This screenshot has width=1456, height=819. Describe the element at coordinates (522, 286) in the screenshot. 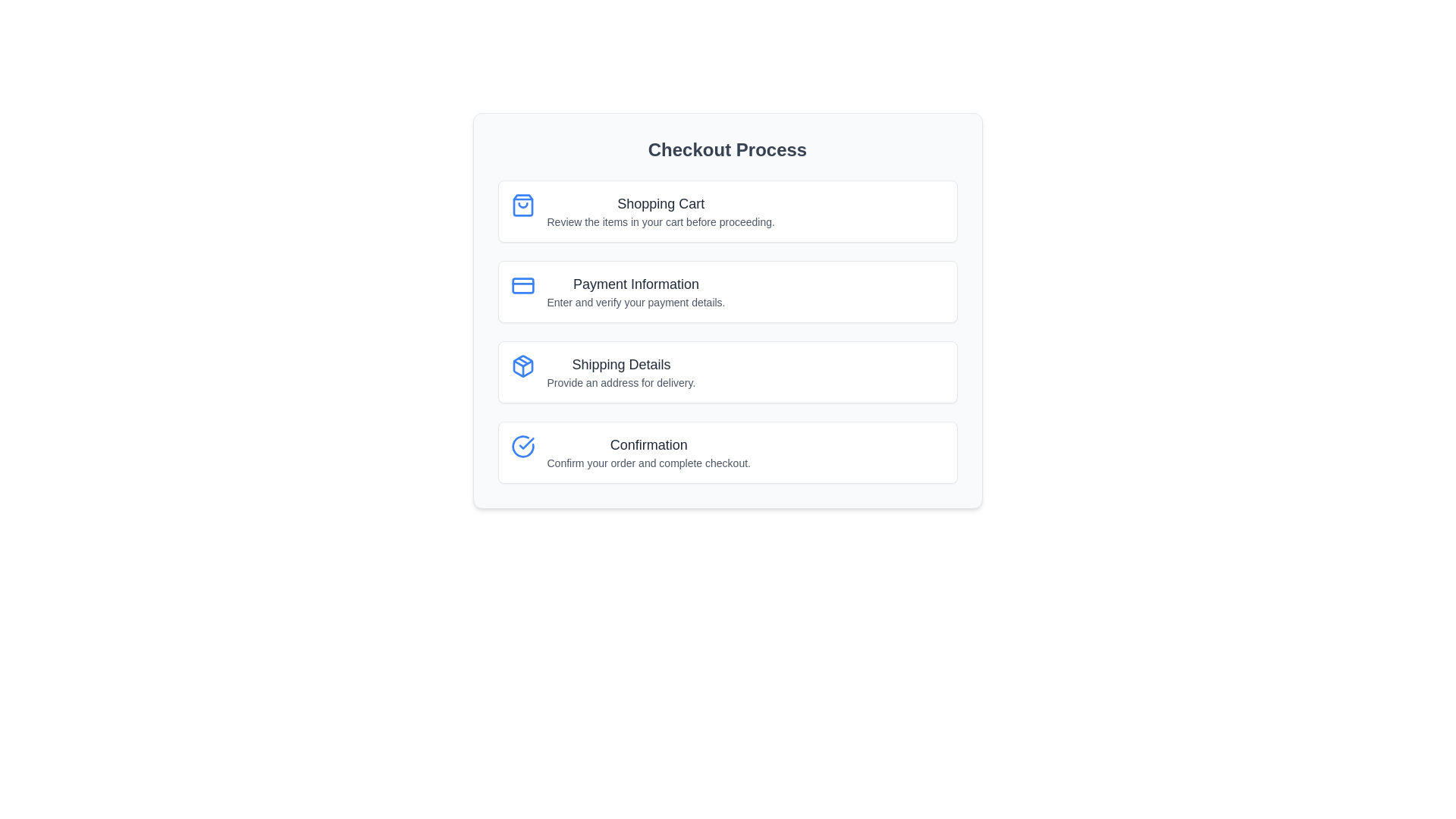

I see `the payment step icon located within the 'Payment Information' card in the checkout process, positioned to the left of the text 'Payment Information' and 'Enter and verify your payment details.'` at that location.